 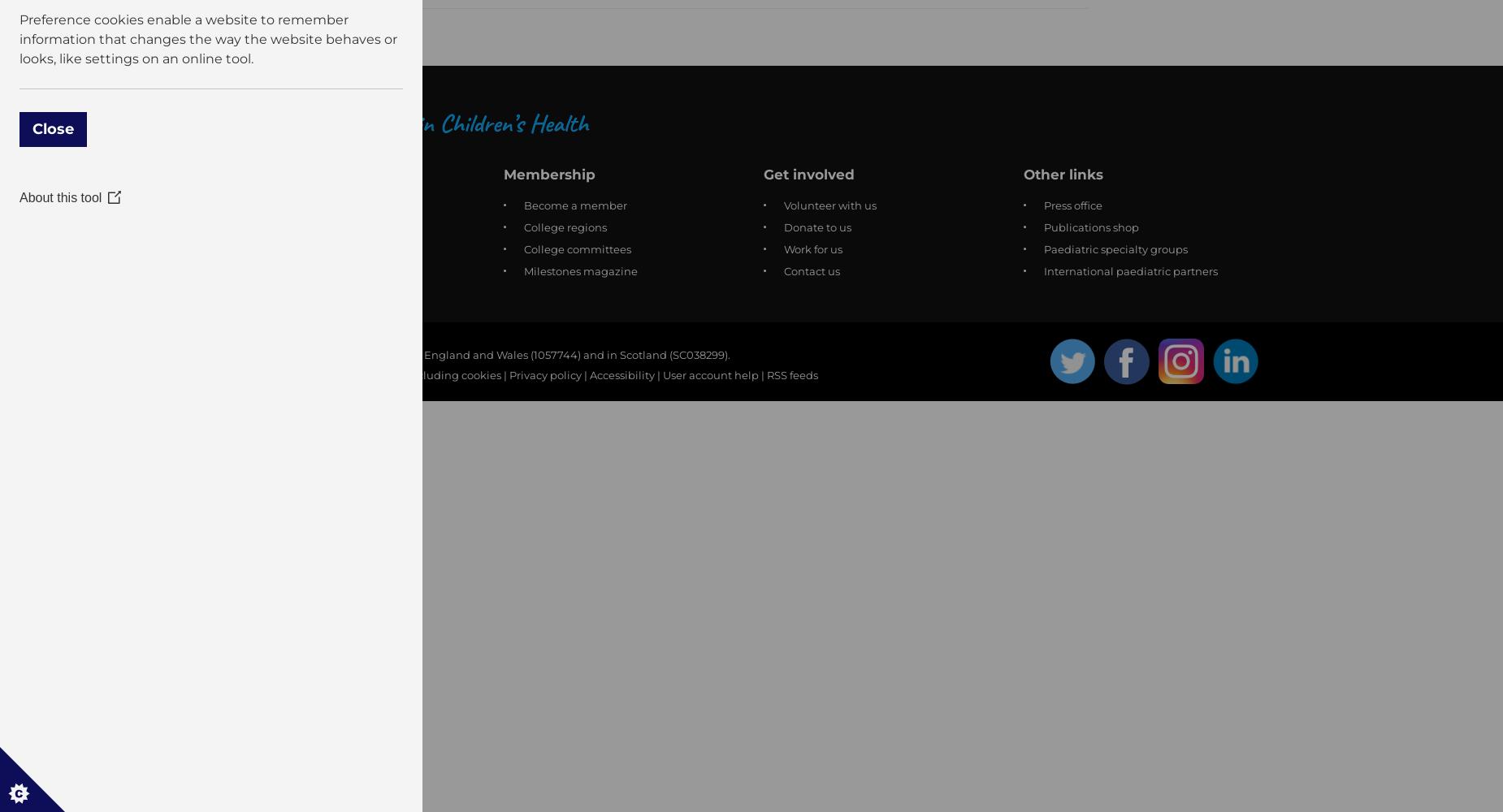 What do you see at coordinates (275, 173) in the screenshot?
I see `'About us'` at bounding box center [275, 173].